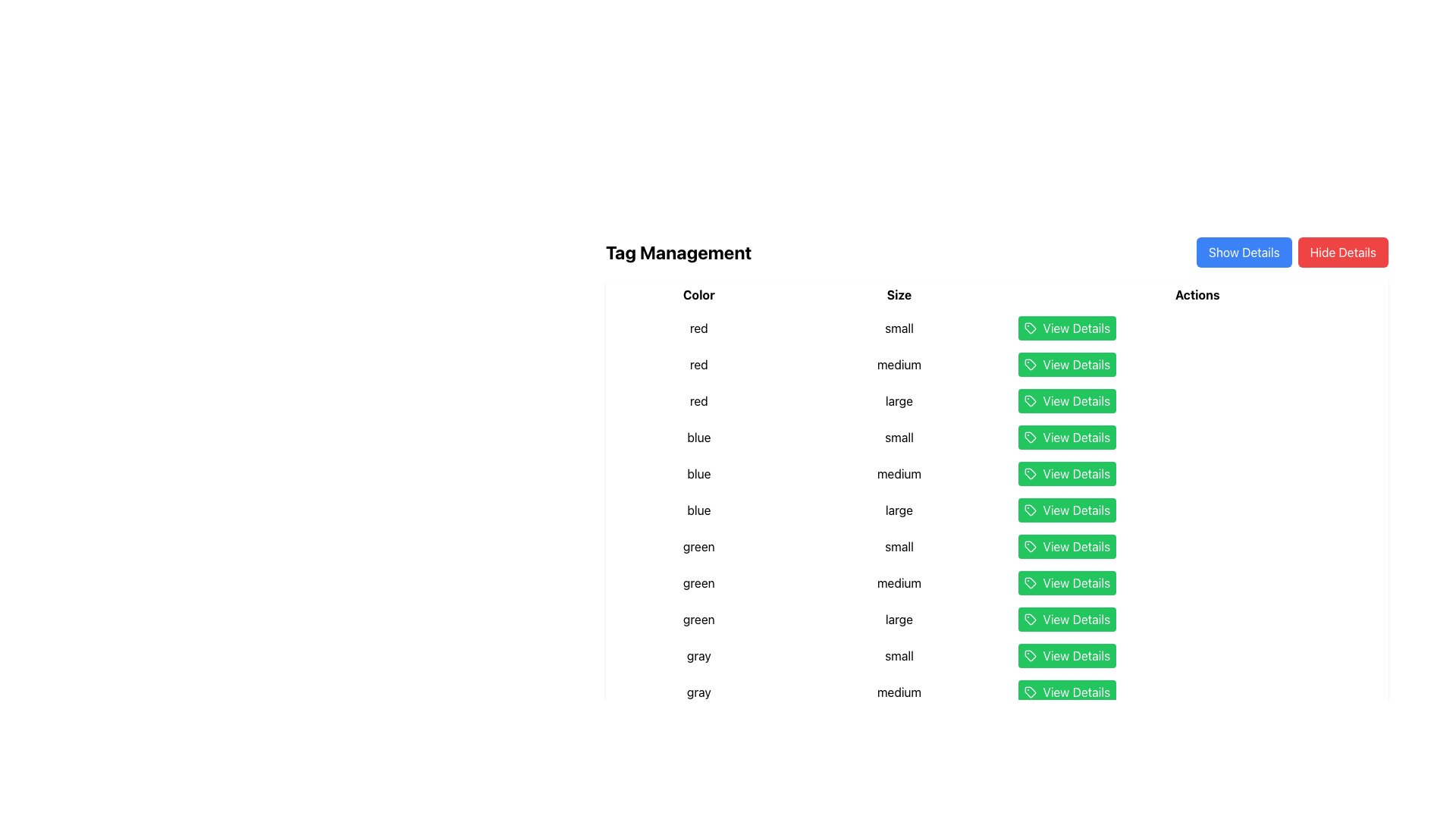 Image resolution: width=1456 pixels, height=819 pixels. What do you see at coordinates (698, 654) in the screenshot?
I see `the text label displaying 'gray' in the 'Color' column of the table, which is aligned with 'small' in the 'Size' column and 'View Details' in the 'Actions' column` at bounding box center [698, 654].